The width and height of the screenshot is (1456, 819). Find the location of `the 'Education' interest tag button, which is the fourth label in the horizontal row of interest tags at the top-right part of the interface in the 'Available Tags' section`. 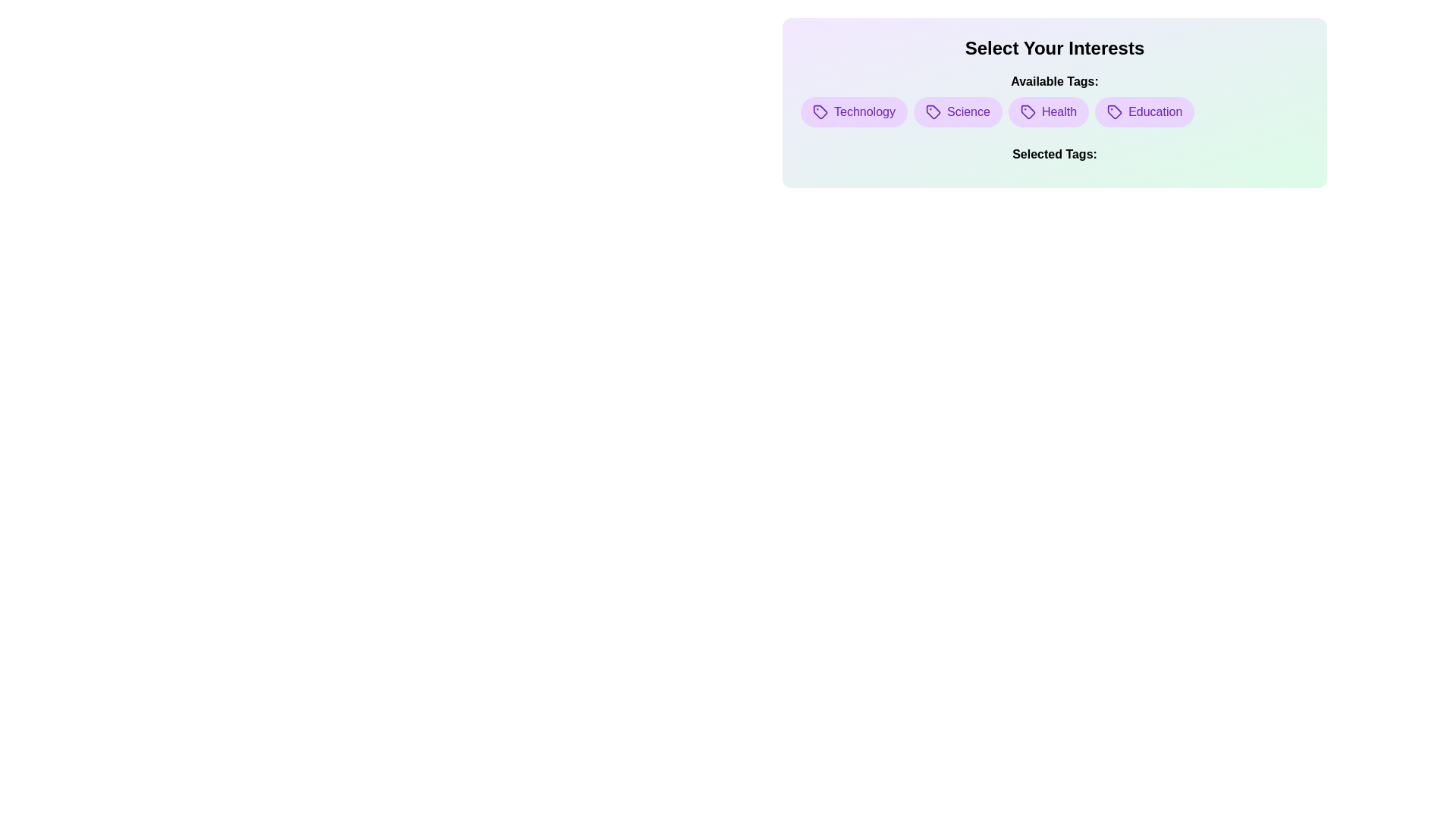

the 'Education' interest tag button, which is the fourth label in the horizontal row of interest tags at the top-right part of the interface in the 'Available Tags' section is located at coordinates (1144, 111).